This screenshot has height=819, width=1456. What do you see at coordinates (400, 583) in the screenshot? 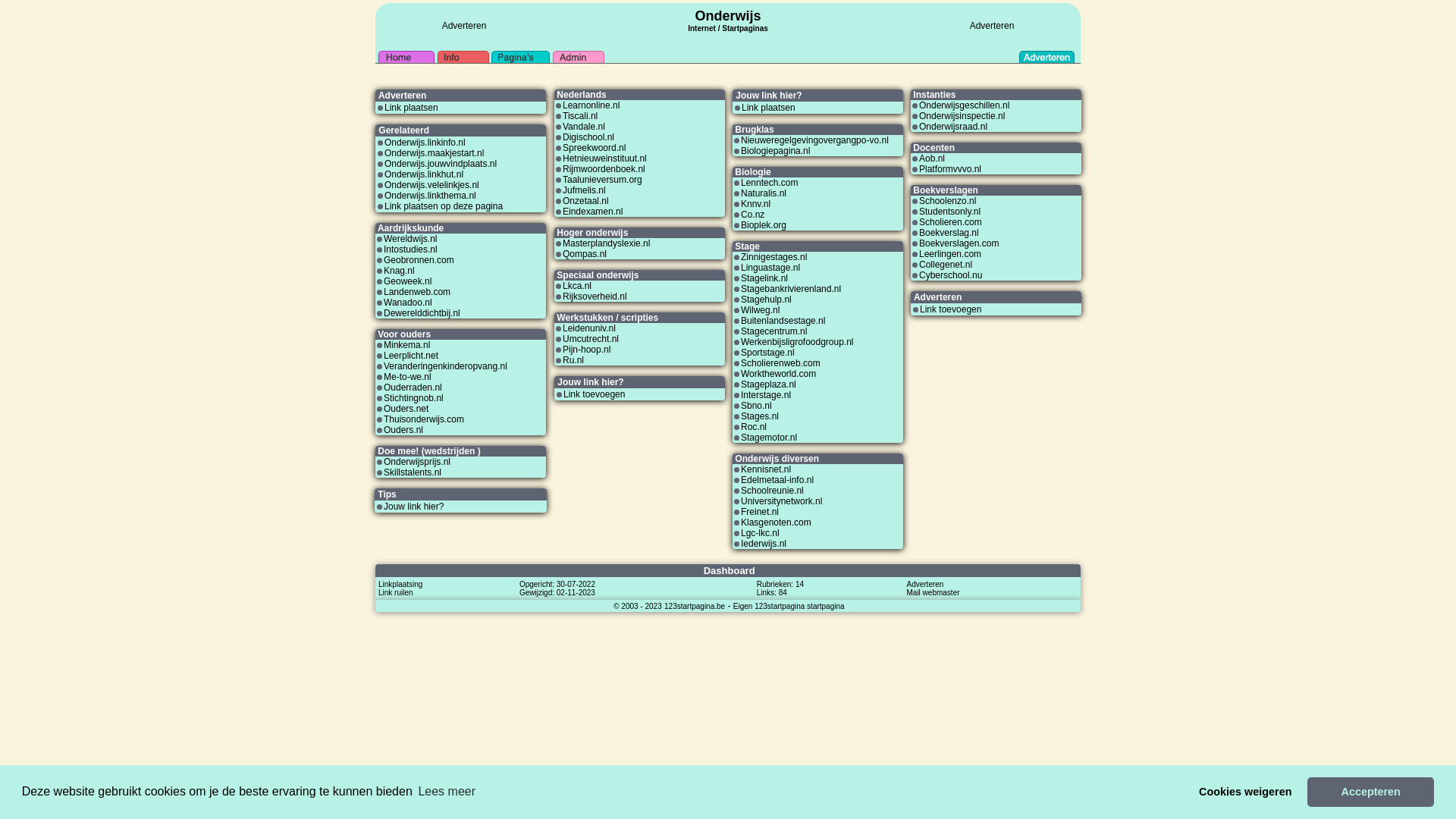
I see `'Linkplaatsing'` at bounding box center [400, 583].